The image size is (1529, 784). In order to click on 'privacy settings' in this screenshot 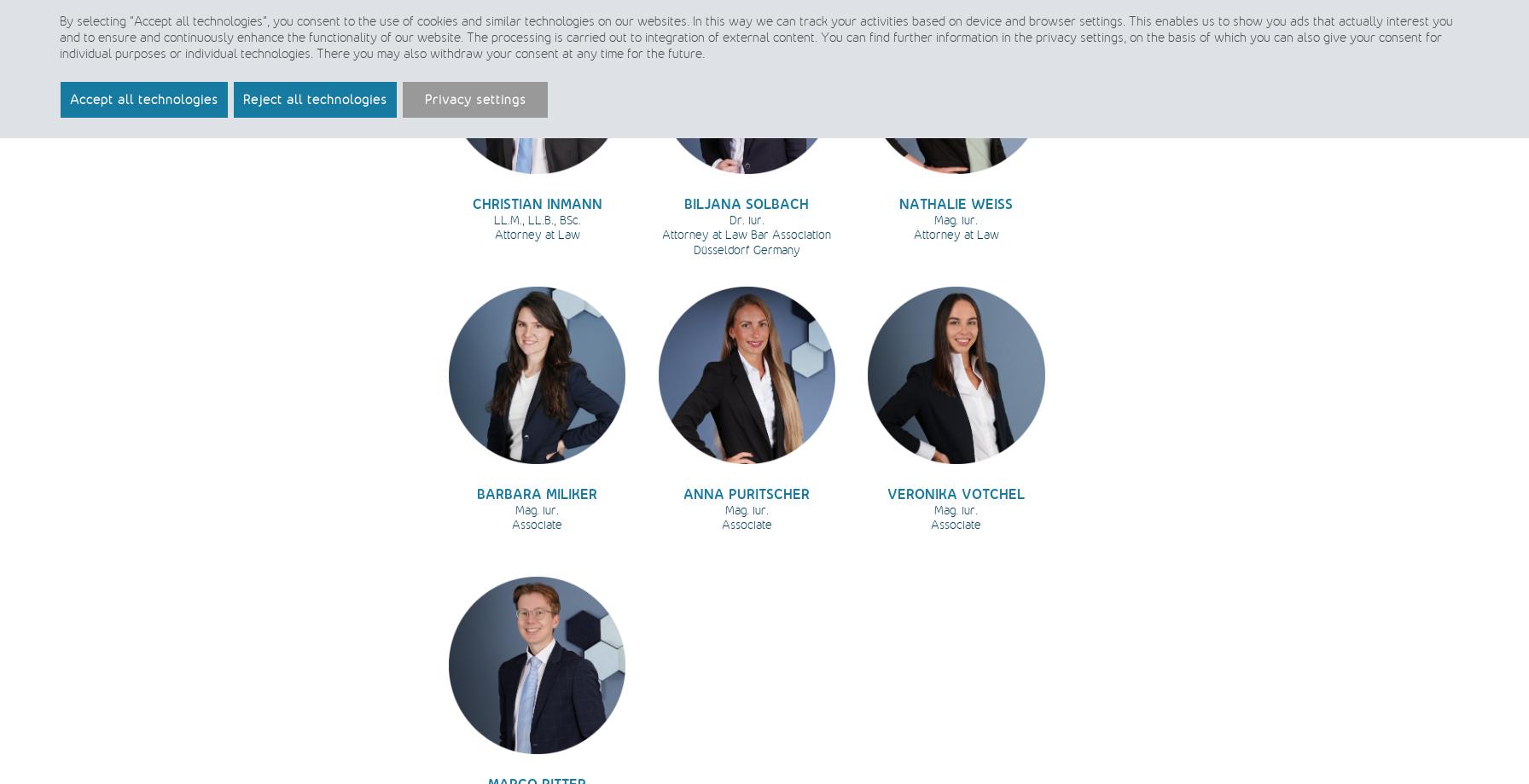, I will do `click(1079, 37)`.